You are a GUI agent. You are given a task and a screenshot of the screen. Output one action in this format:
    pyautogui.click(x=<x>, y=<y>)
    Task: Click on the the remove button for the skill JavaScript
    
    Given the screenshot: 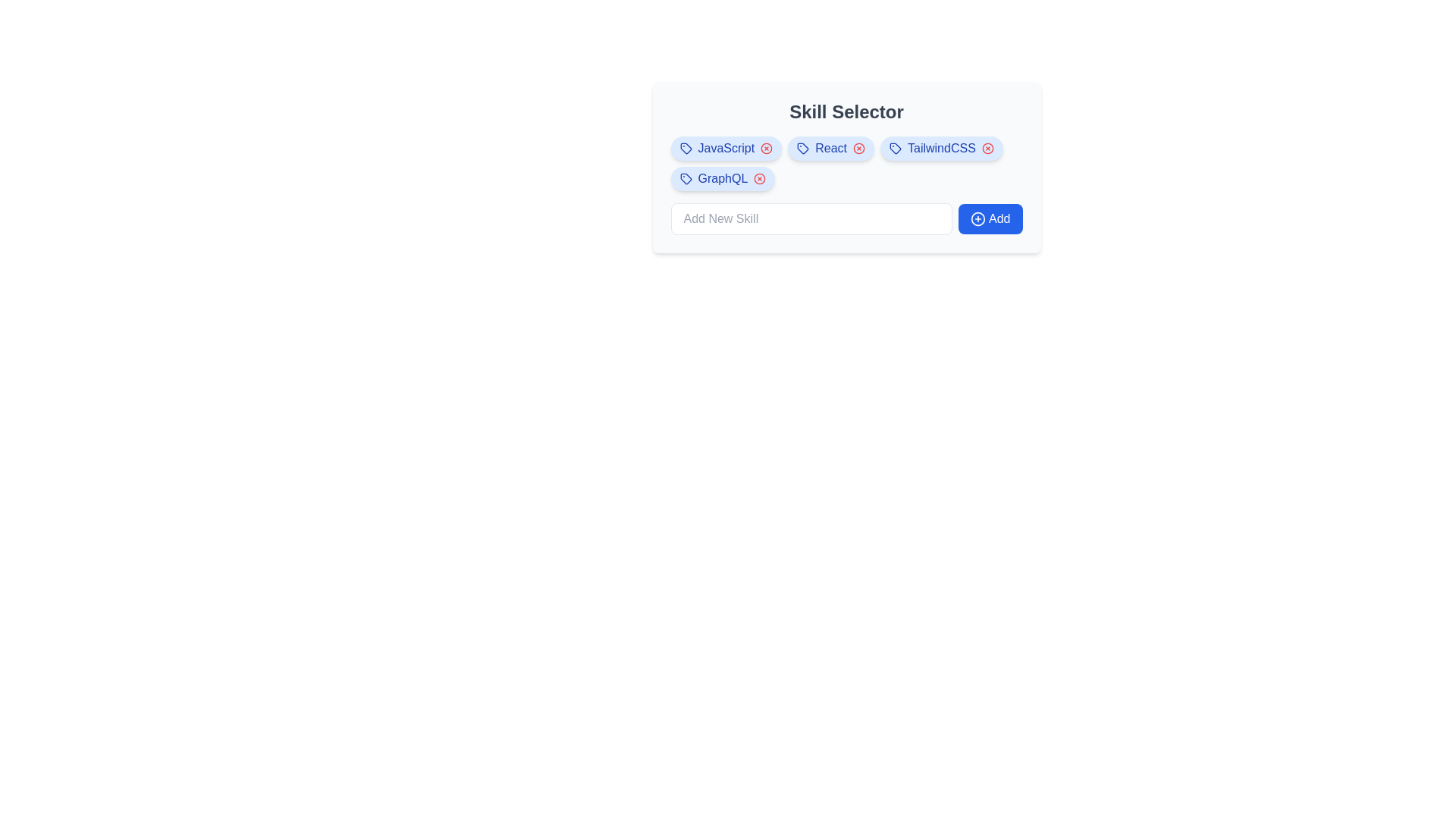 What is the action you would take?
    pyautogui.click(x=767, y=149)
    